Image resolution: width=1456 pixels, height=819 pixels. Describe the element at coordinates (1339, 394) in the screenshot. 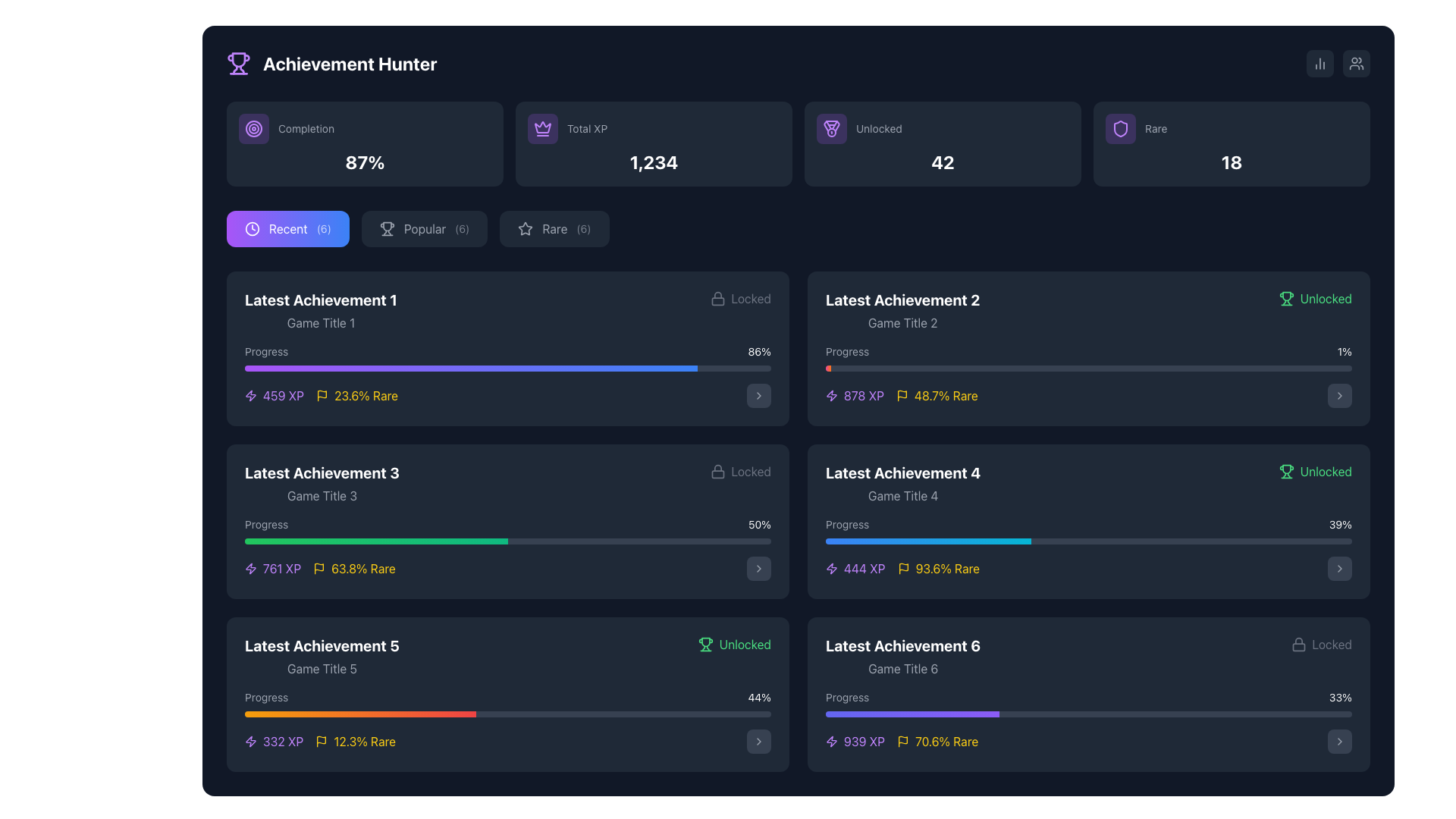

I see `the right chevron icon button located at the bottom-right corner of the 'Latest Achievement 2' card to initiate navigation` at that location.